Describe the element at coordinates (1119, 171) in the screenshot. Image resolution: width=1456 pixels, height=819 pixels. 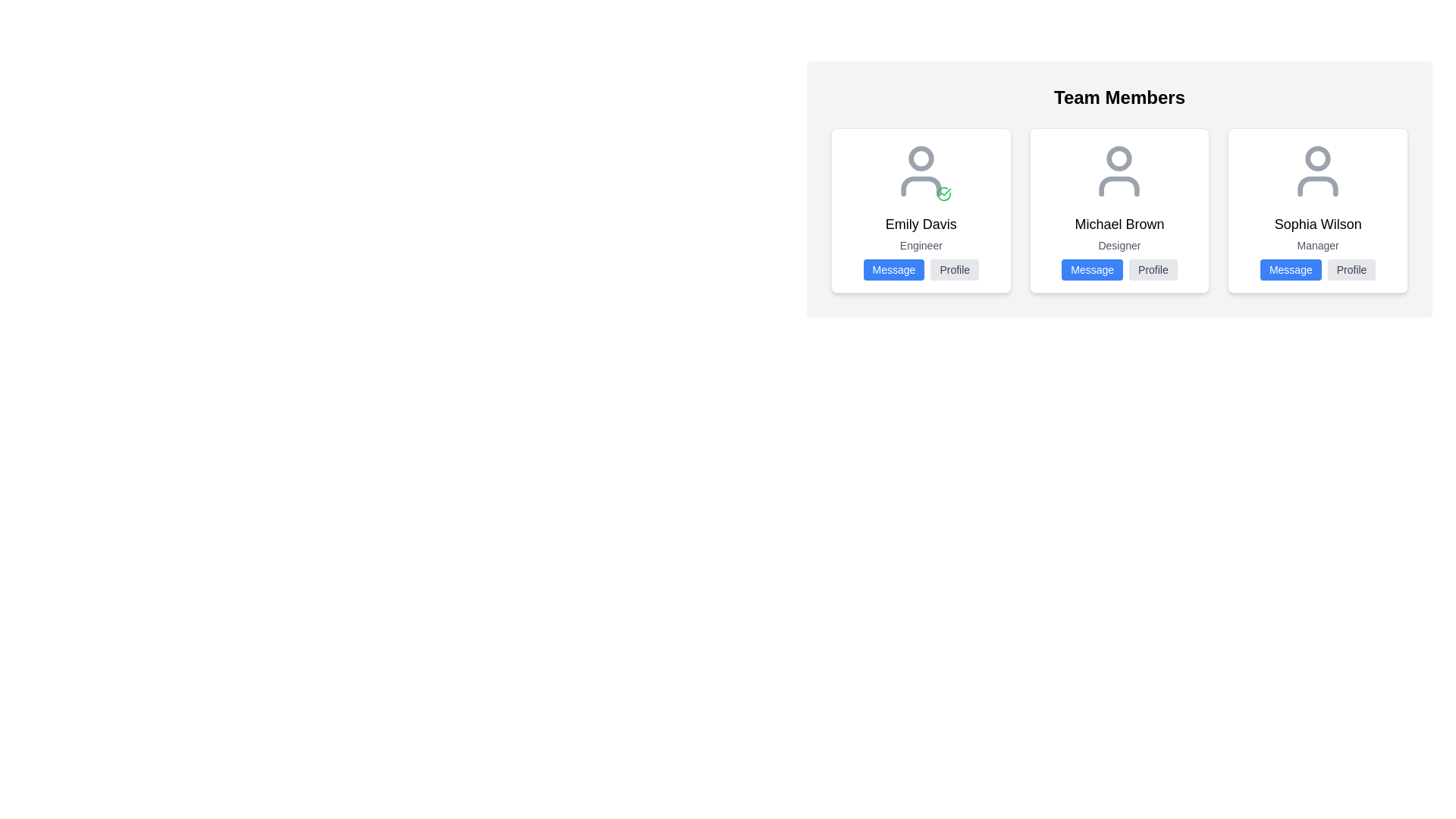
I see `avatar graphical icon representing Michael Brown, located at the top of the card` at that location.